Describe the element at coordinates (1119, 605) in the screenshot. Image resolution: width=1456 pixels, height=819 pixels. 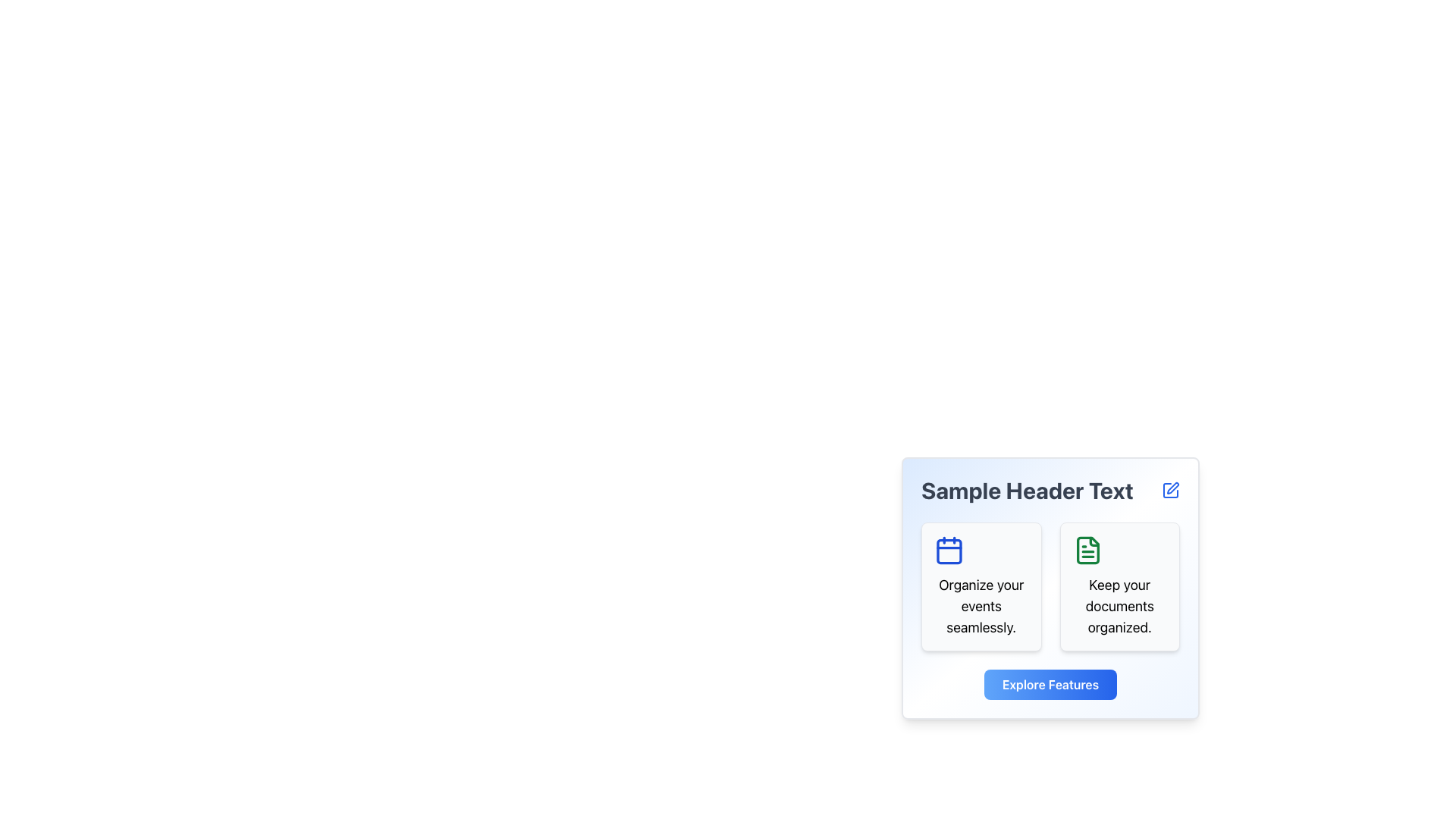
I see `the static text element that reads 'Keep your documents organized.' which is styled with a larger font size and positioned below a green document icon within a rounded card` at that location.